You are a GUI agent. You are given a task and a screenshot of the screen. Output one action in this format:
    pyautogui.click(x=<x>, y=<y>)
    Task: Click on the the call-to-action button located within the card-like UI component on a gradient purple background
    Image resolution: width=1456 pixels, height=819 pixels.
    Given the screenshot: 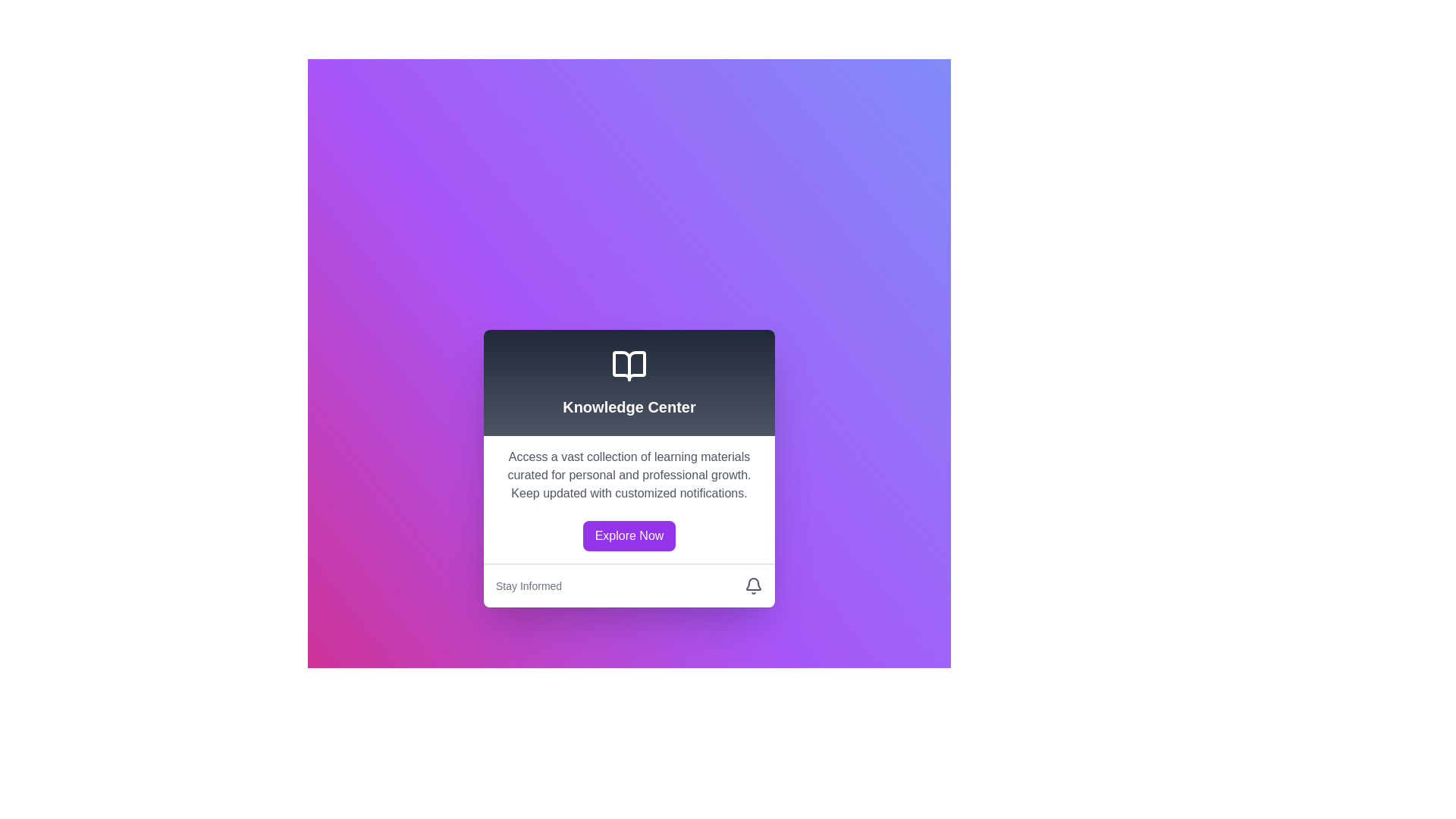 What is the action you would take?
    pyautogui.click(x=629, y=535)
    